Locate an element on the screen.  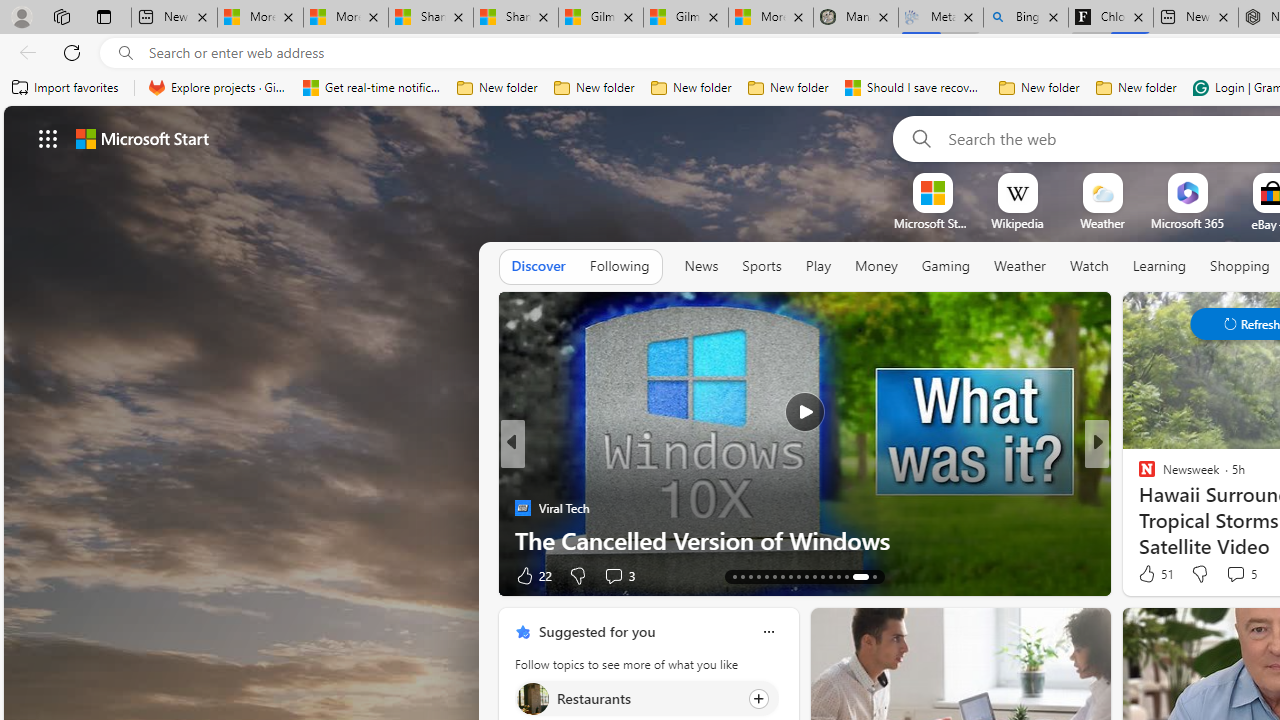
'AutomationID: tab-21' is located at coordinates (765, 577).